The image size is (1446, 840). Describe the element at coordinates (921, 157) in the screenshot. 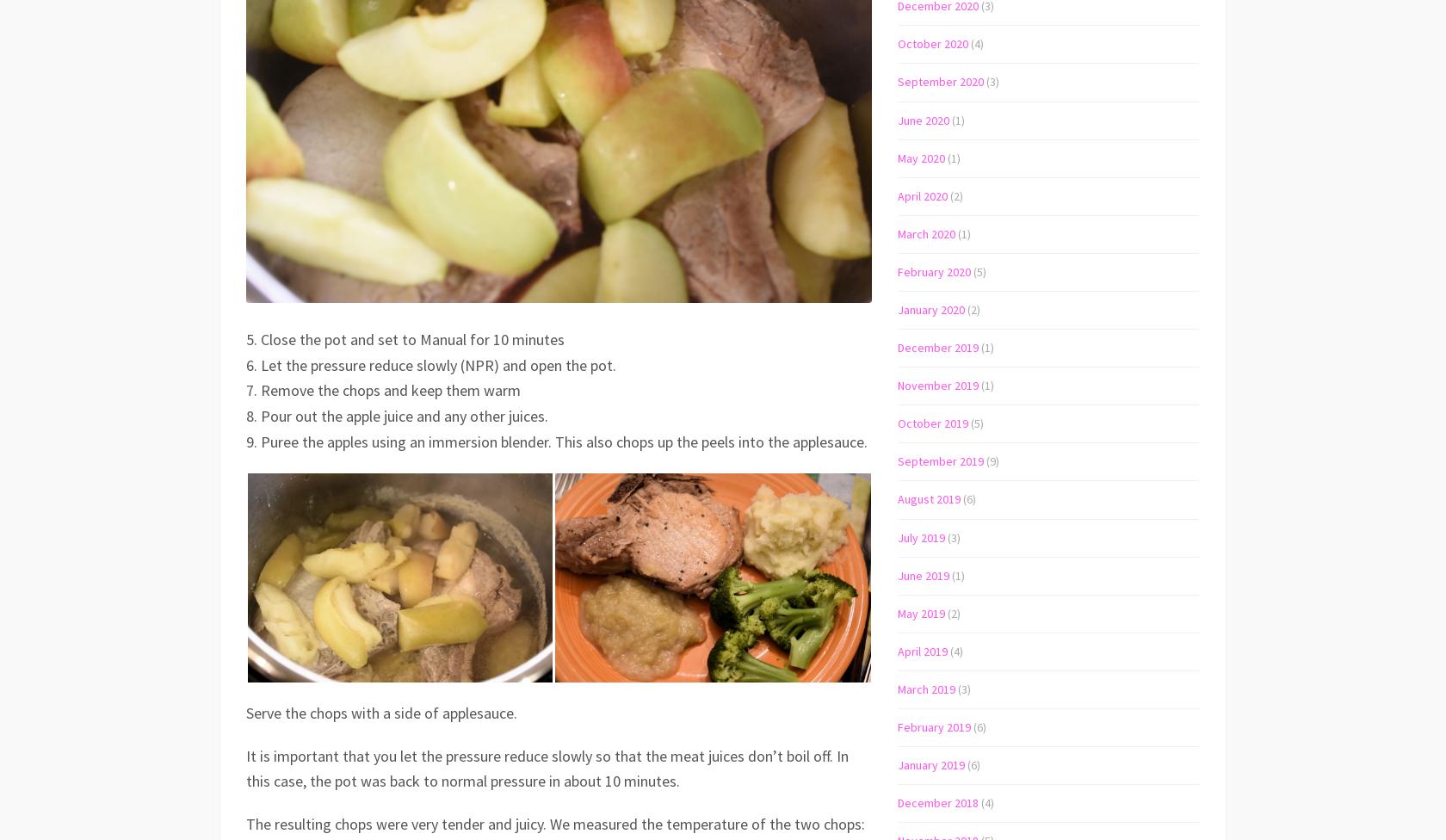

I see `'May 2020'` at that location.